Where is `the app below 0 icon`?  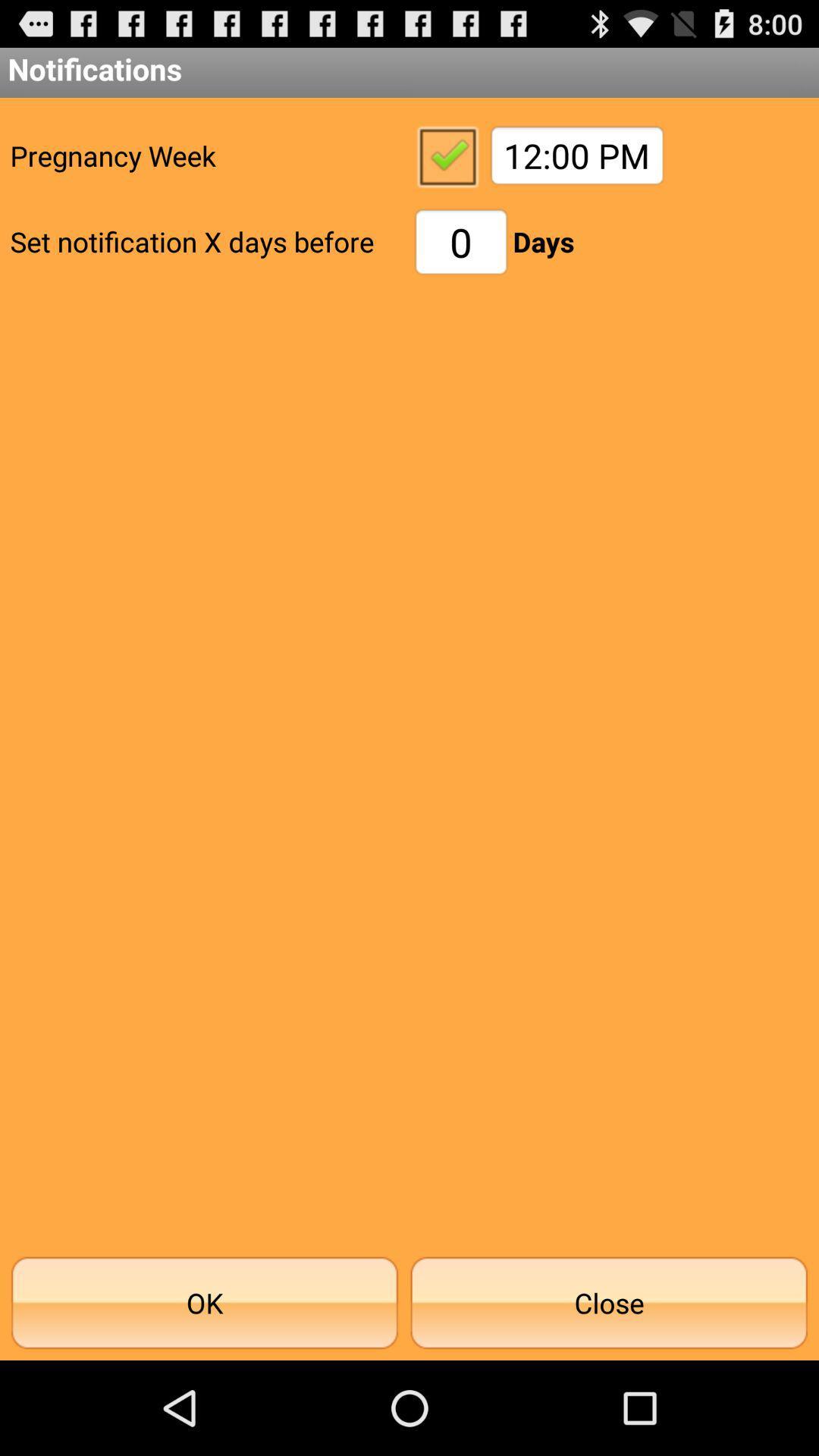
the app below 0 icon is located at coordinates (608, 1302).